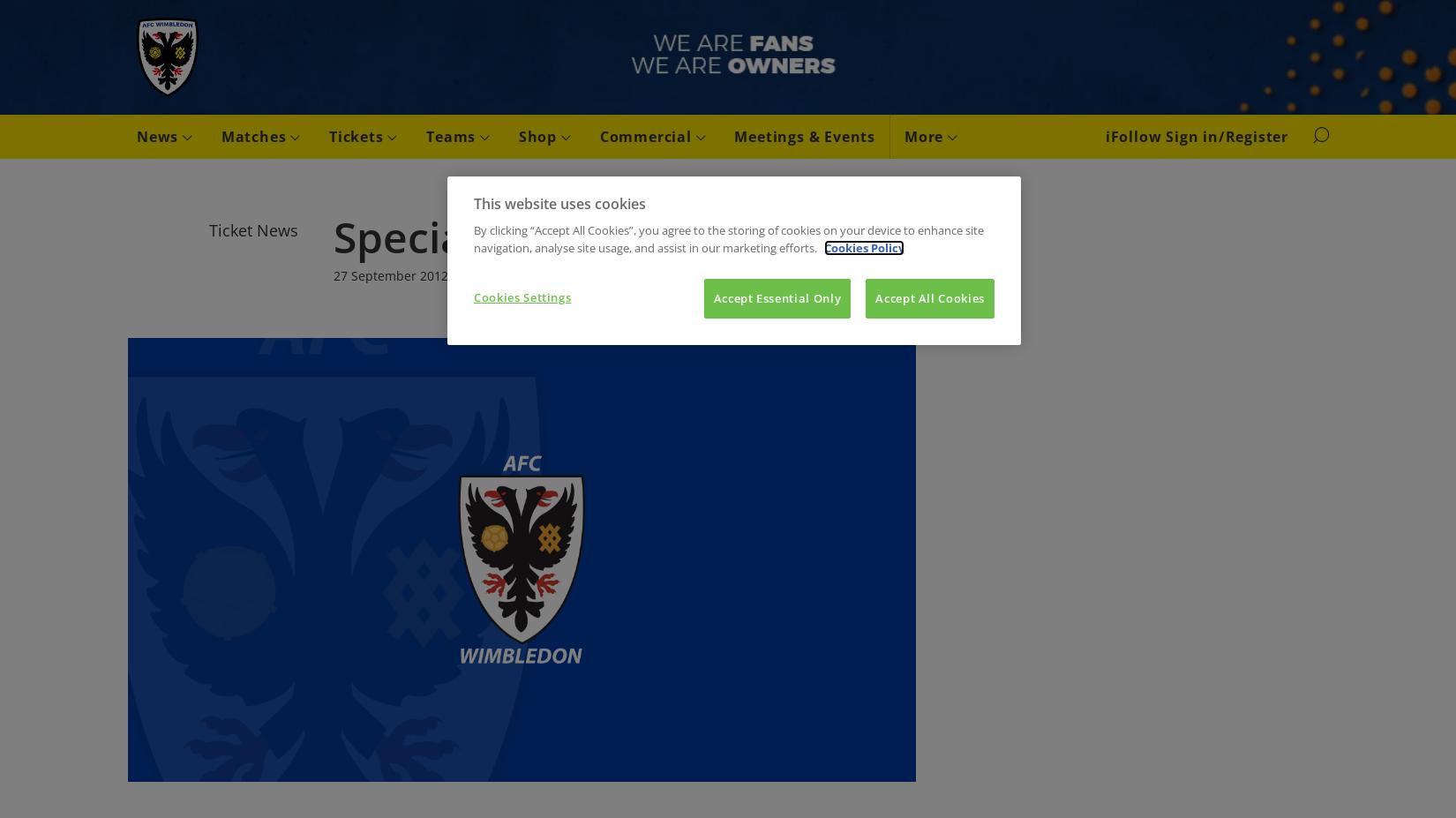  I want to click on 'Ticket News', so click(253, 230).